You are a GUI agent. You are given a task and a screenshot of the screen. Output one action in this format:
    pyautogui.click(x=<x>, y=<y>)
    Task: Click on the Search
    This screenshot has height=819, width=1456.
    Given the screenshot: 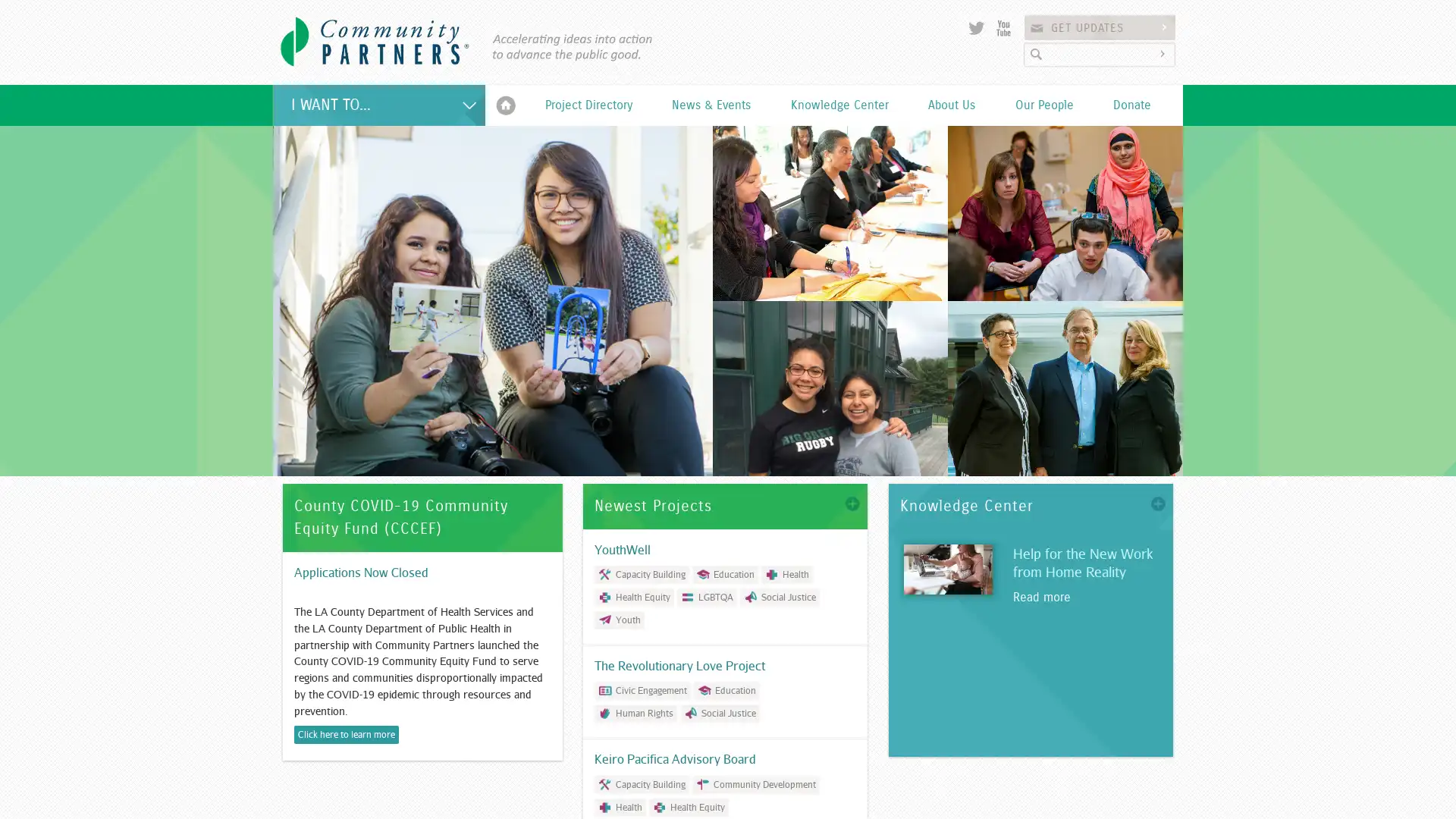 What is the action you would take?
    pyautogui.click(x=1164, y=53)
    